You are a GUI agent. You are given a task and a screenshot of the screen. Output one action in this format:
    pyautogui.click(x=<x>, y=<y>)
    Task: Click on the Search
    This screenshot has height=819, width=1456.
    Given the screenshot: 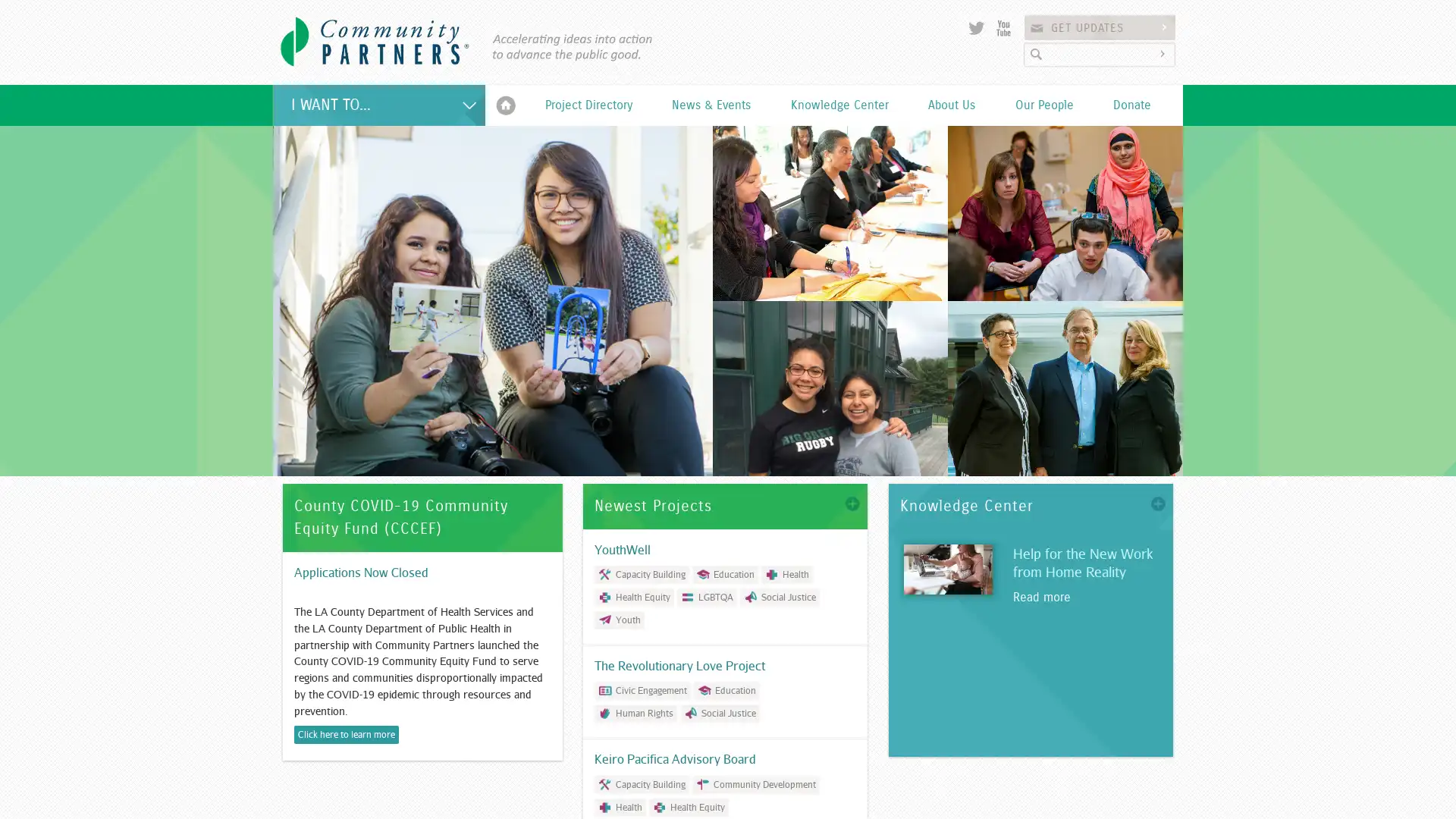 What is the action you would take?
    pyautogui.click(x=1164, y=53)
    